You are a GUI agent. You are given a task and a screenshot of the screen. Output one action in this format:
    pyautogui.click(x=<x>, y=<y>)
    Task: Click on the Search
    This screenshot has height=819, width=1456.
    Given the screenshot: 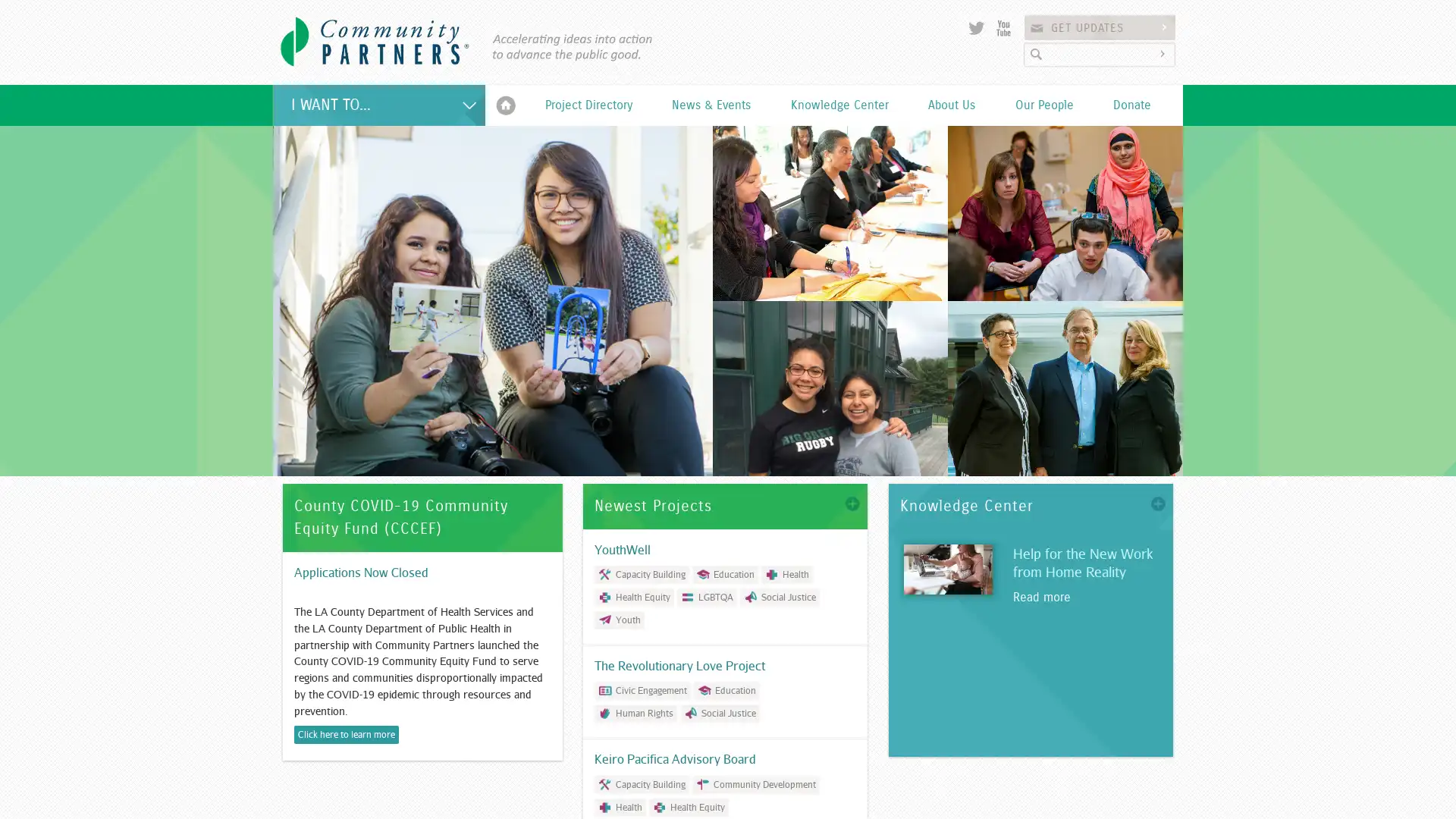 What is the action you would take?
    pyautogui.click(x=1164, y=53)
    